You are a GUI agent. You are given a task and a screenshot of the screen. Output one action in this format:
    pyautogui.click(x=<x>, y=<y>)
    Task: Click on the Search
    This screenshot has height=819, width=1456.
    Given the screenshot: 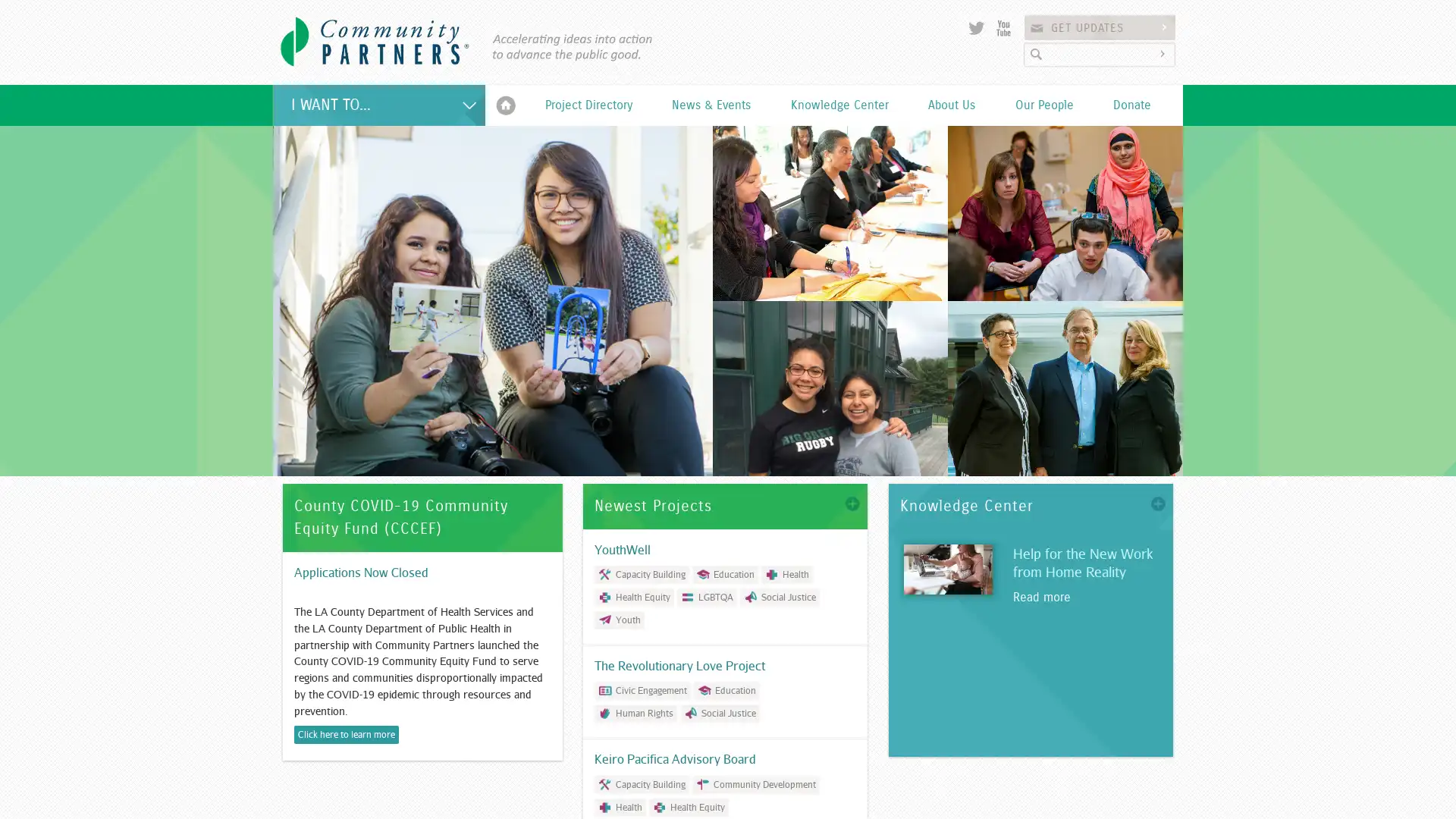 What is the action you would take?
    pyautogui.click(x=1164, y=53)
    